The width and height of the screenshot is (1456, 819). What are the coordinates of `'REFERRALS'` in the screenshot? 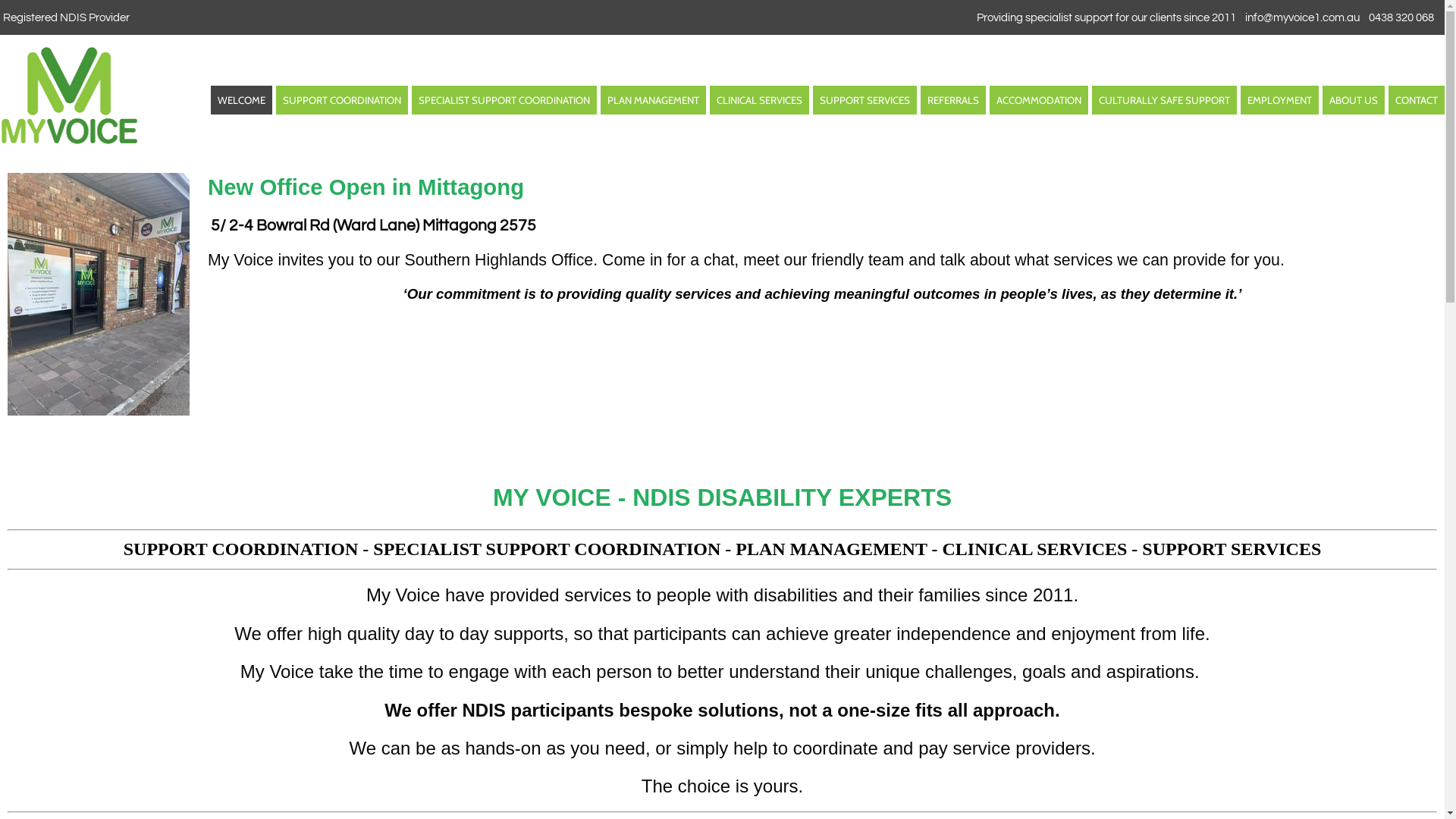 It's located at (952, 100).